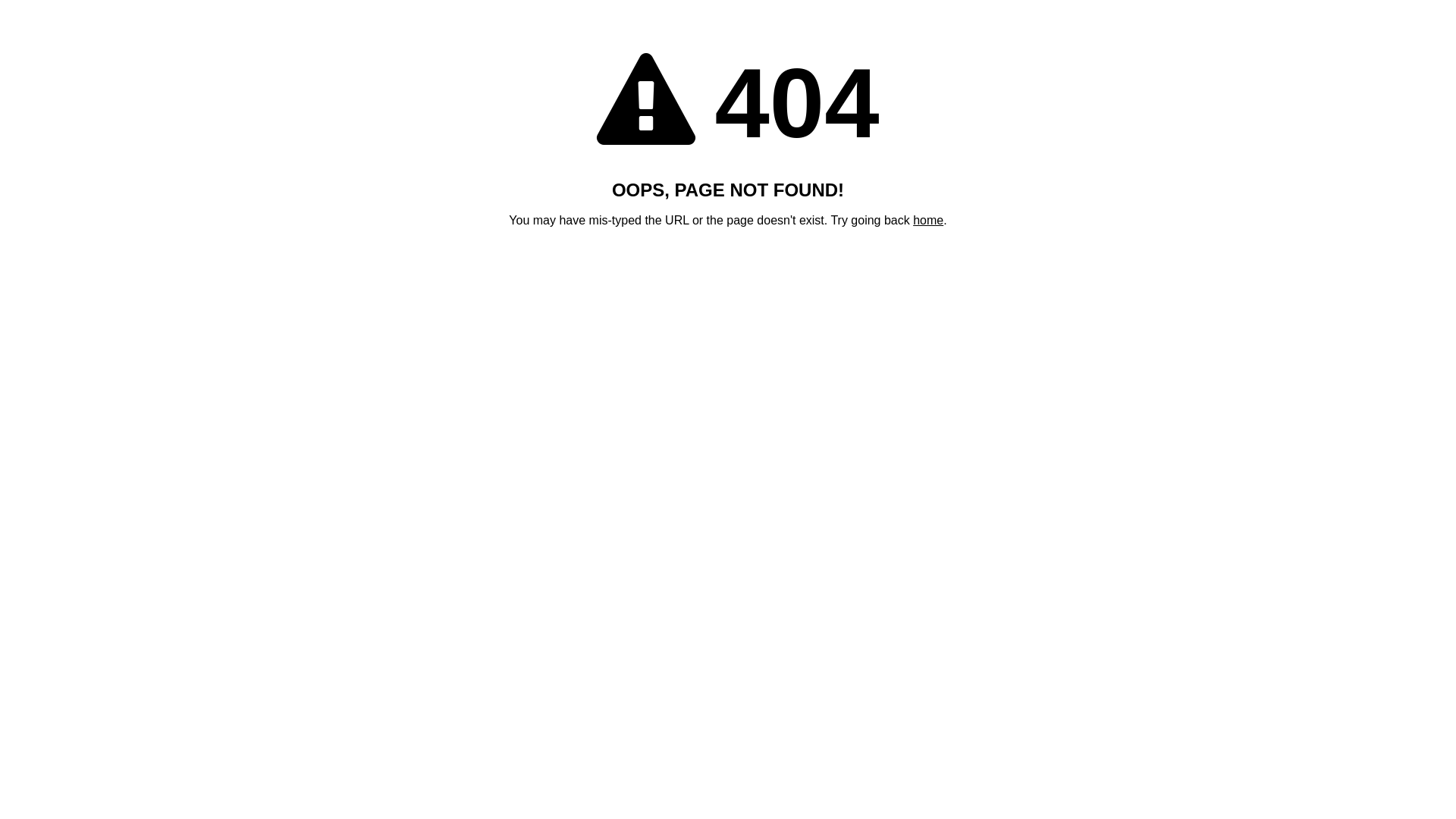 The width and height of the screenshot is (1456, 819). Describe the element at coordinates (927, 220) in the screenshot. I see `'home'` at that location.